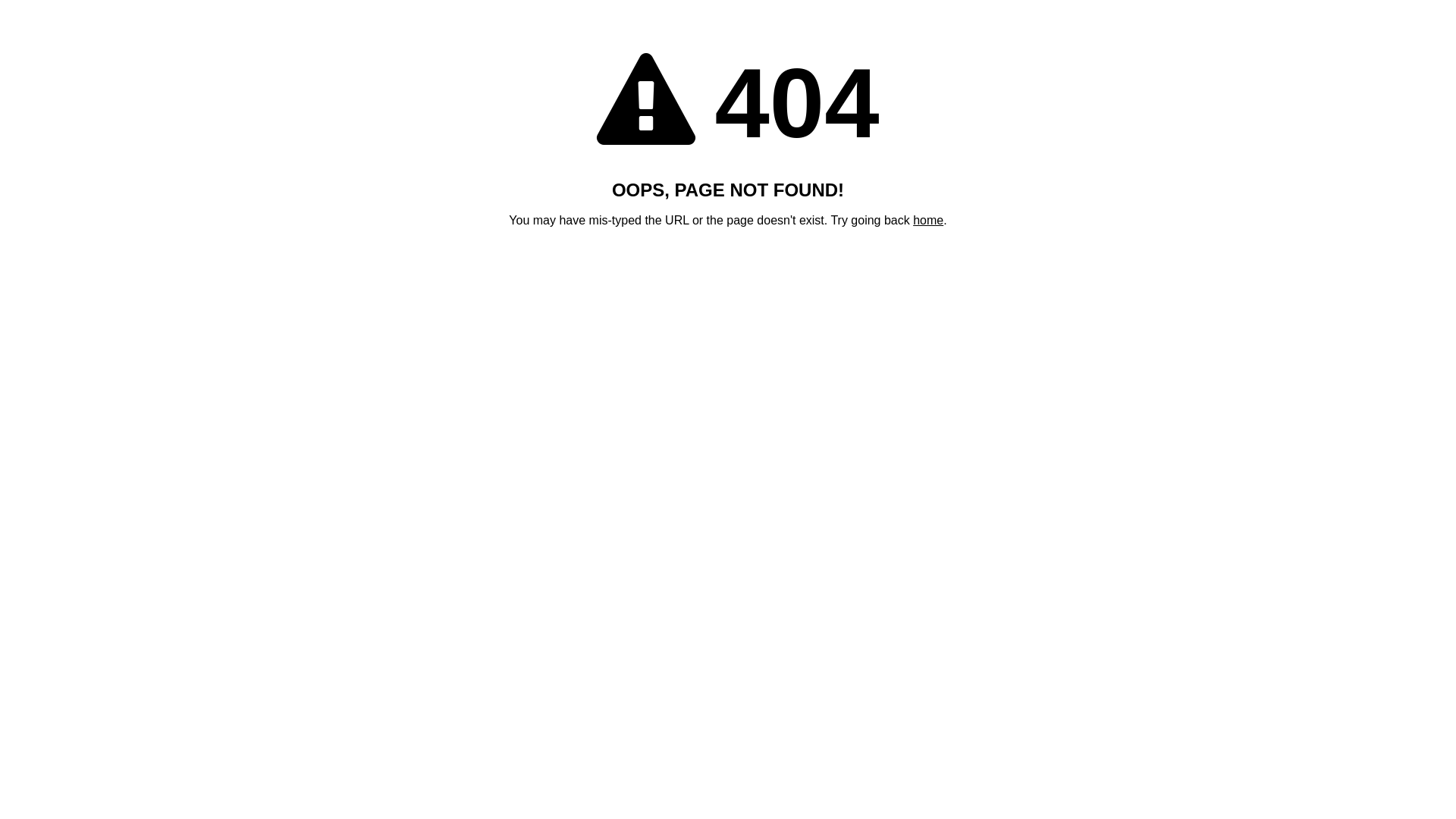 The width and height of the screenshot is (1456, 819). Describe the element at coordinates (927, 220) in the screenshot. I see `'home'` at that location.